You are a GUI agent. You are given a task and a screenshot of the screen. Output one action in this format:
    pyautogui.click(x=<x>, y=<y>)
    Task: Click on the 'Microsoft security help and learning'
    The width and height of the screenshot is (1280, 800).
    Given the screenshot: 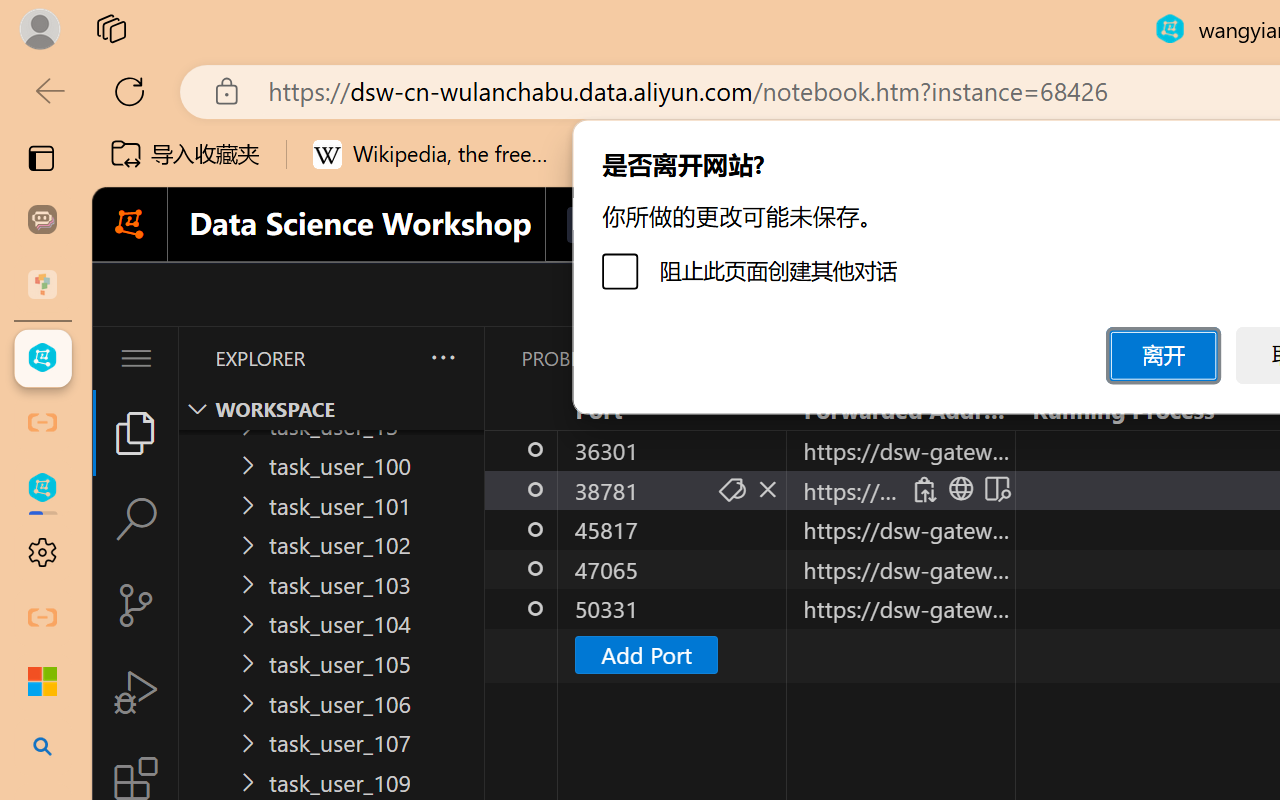 What is the action you would take?
    pyautogui.click(x=42, y=682)
    